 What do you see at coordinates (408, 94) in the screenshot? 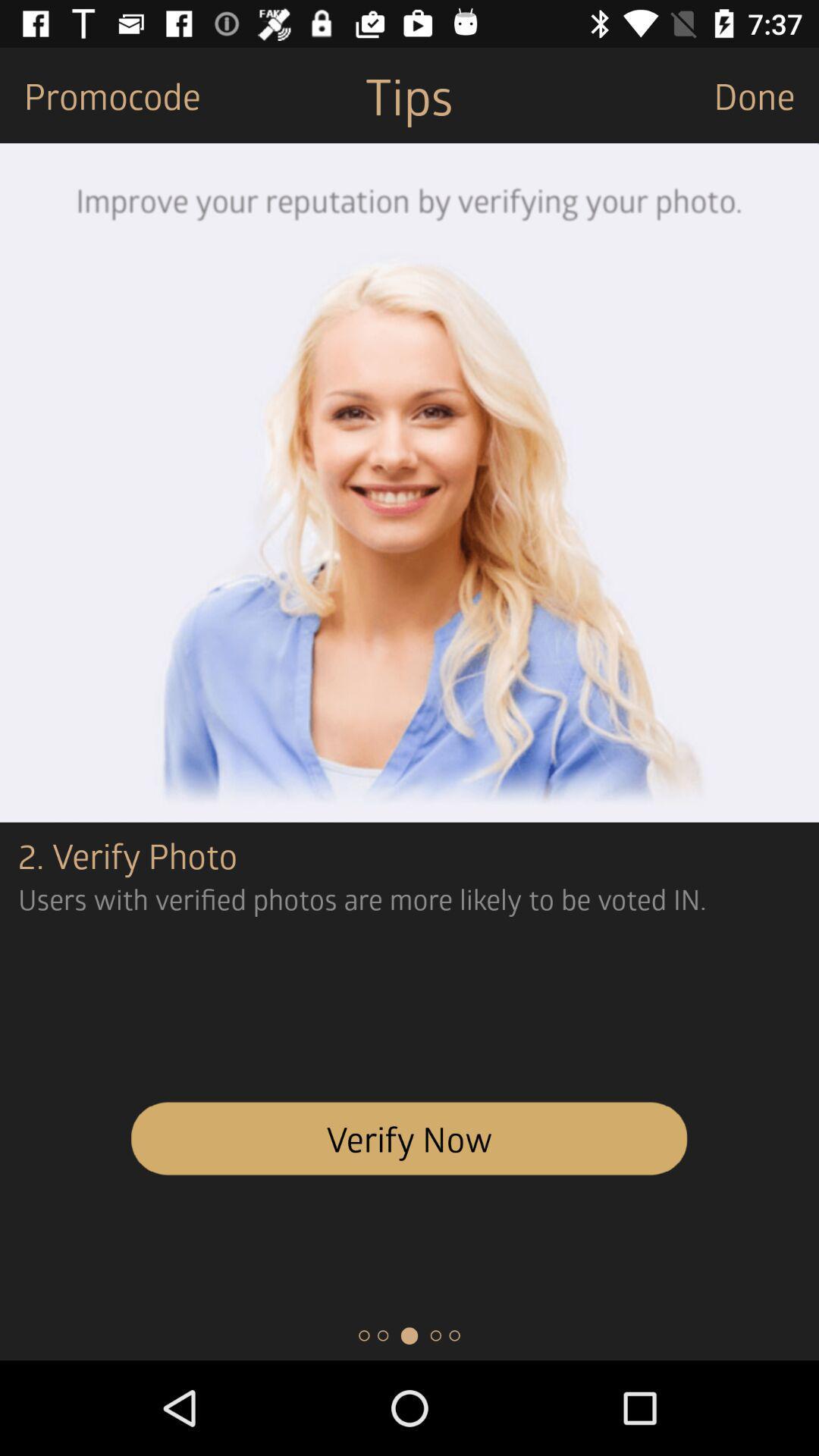
I see `tips icon` at bounding box center [408, 94].